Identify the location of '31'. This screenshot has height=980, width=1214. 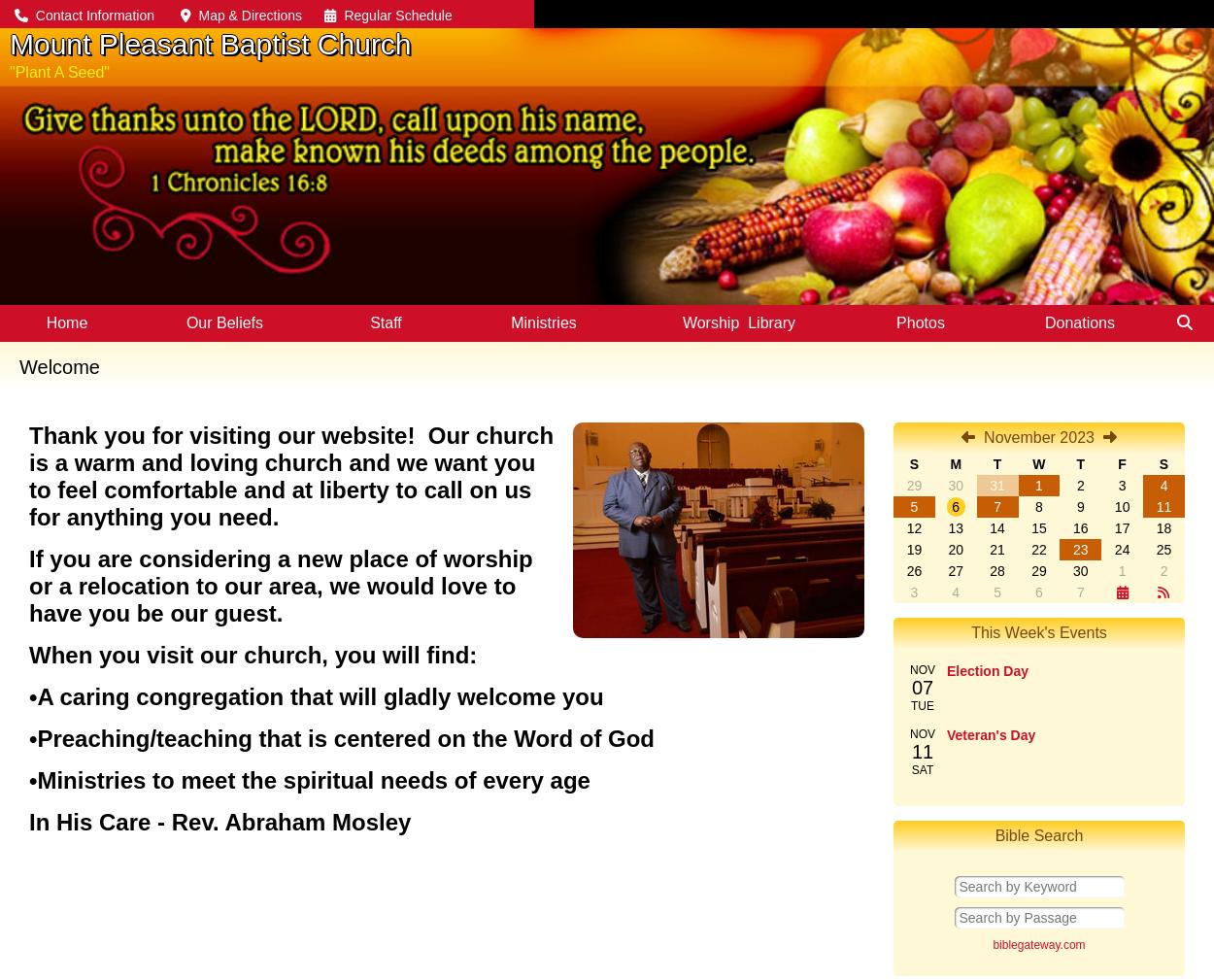
(990, 484).